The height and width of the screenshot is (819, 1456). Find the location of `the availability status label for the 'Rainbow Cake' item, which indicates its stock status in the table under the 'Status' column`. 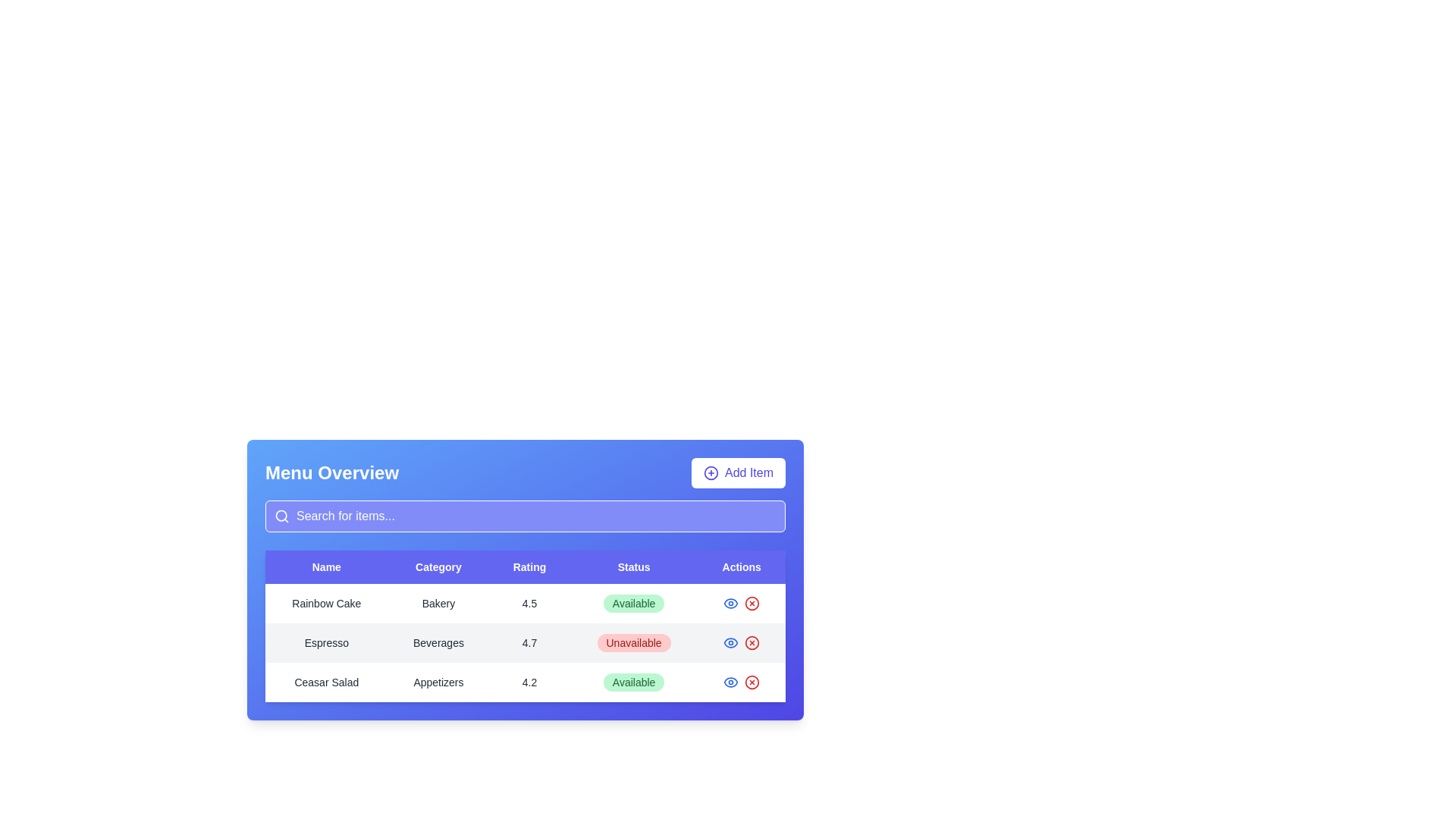

the availability status label for the 'Rainbow Cake' item, which indicates its stock status in the table under the 'Status' column is located at coordinates (634, 602).